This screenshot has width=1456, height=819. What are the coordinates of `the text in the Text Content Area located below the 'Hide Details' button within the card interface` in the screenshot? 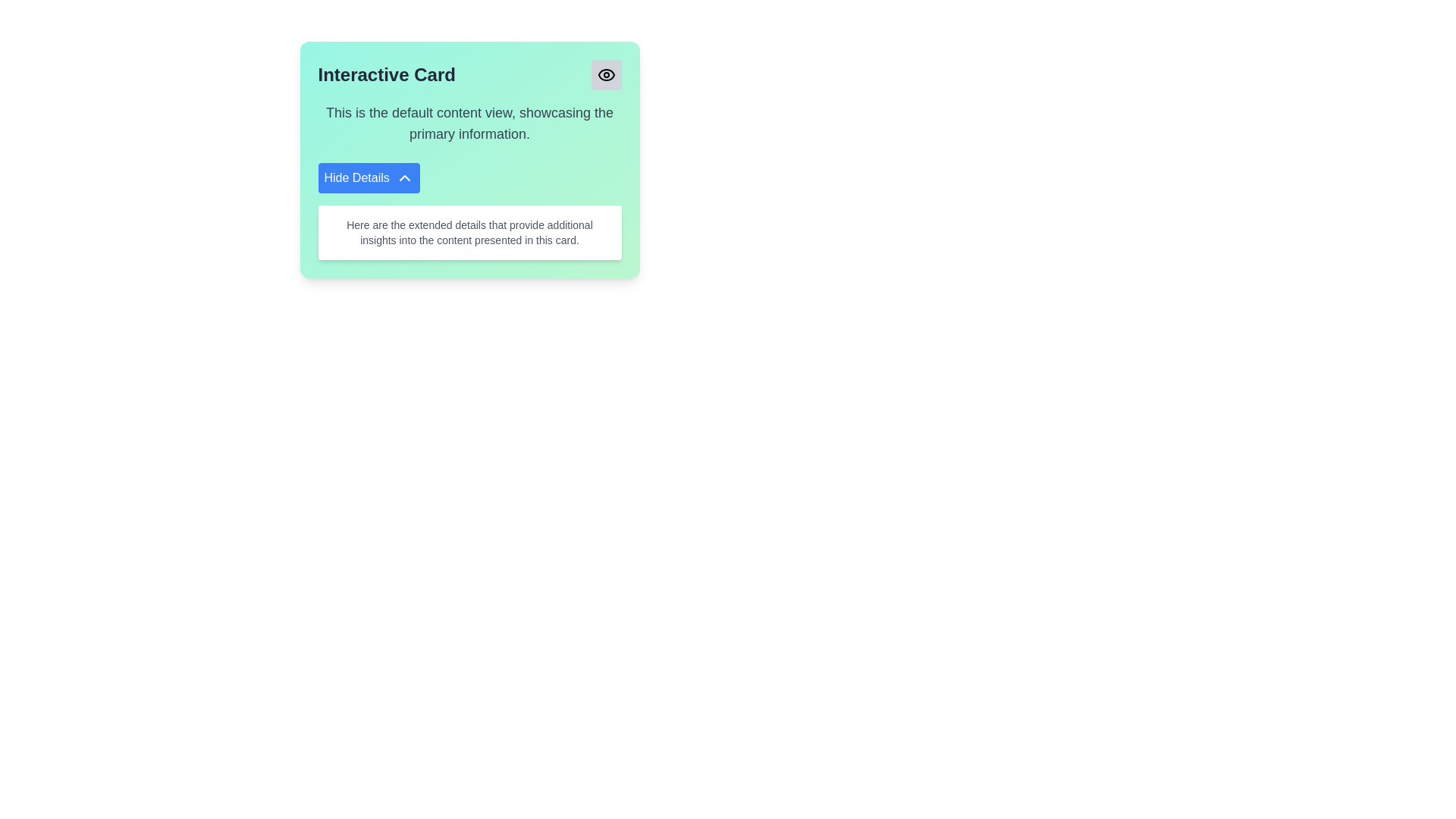 It's located at (469, 233).